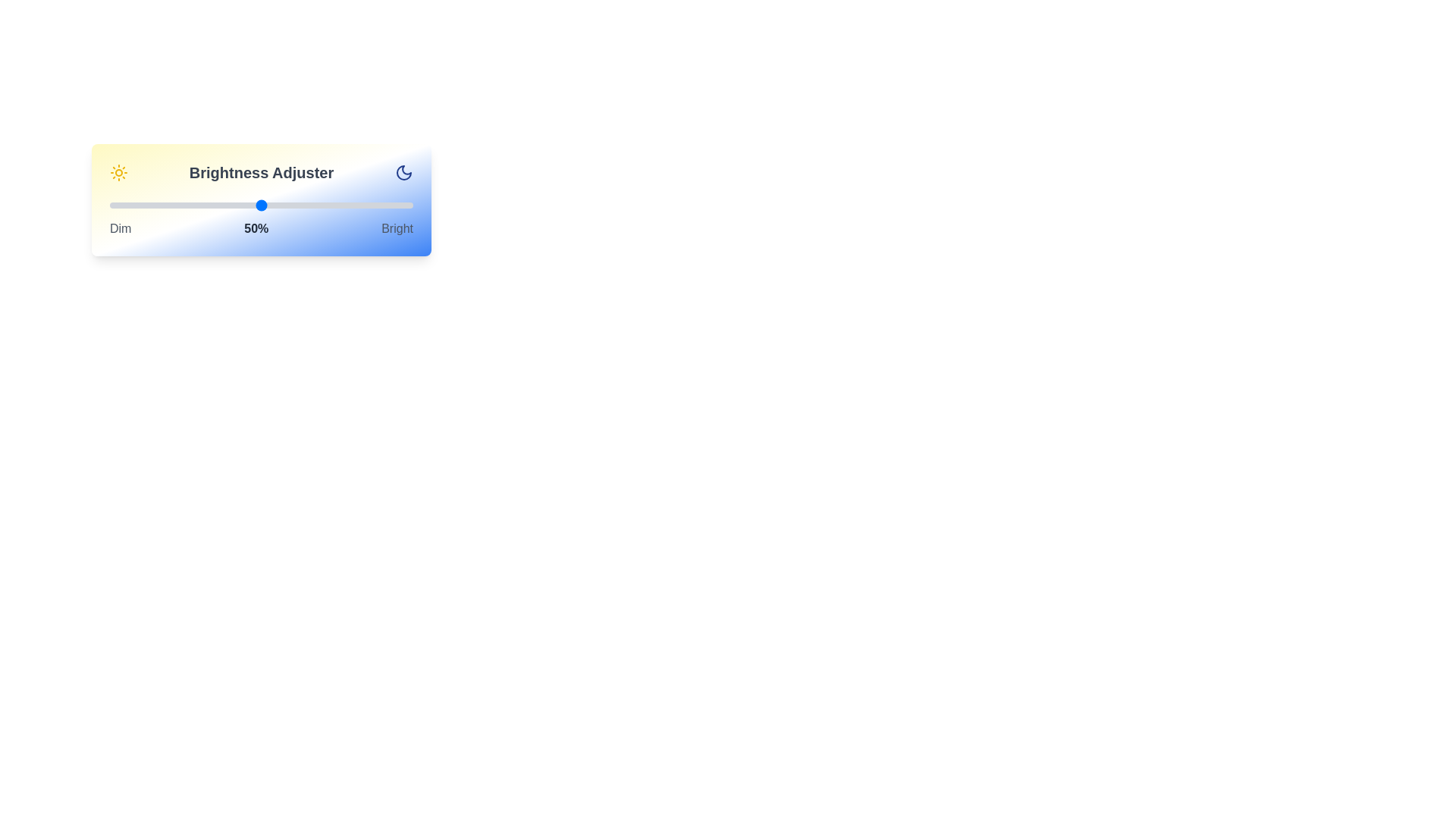 The image size is (1456, 819). Describe the element at coordinates (143, 205) in the screenshot. I see `the brightness slider to 11% to observe the gradient background changes` at that location.